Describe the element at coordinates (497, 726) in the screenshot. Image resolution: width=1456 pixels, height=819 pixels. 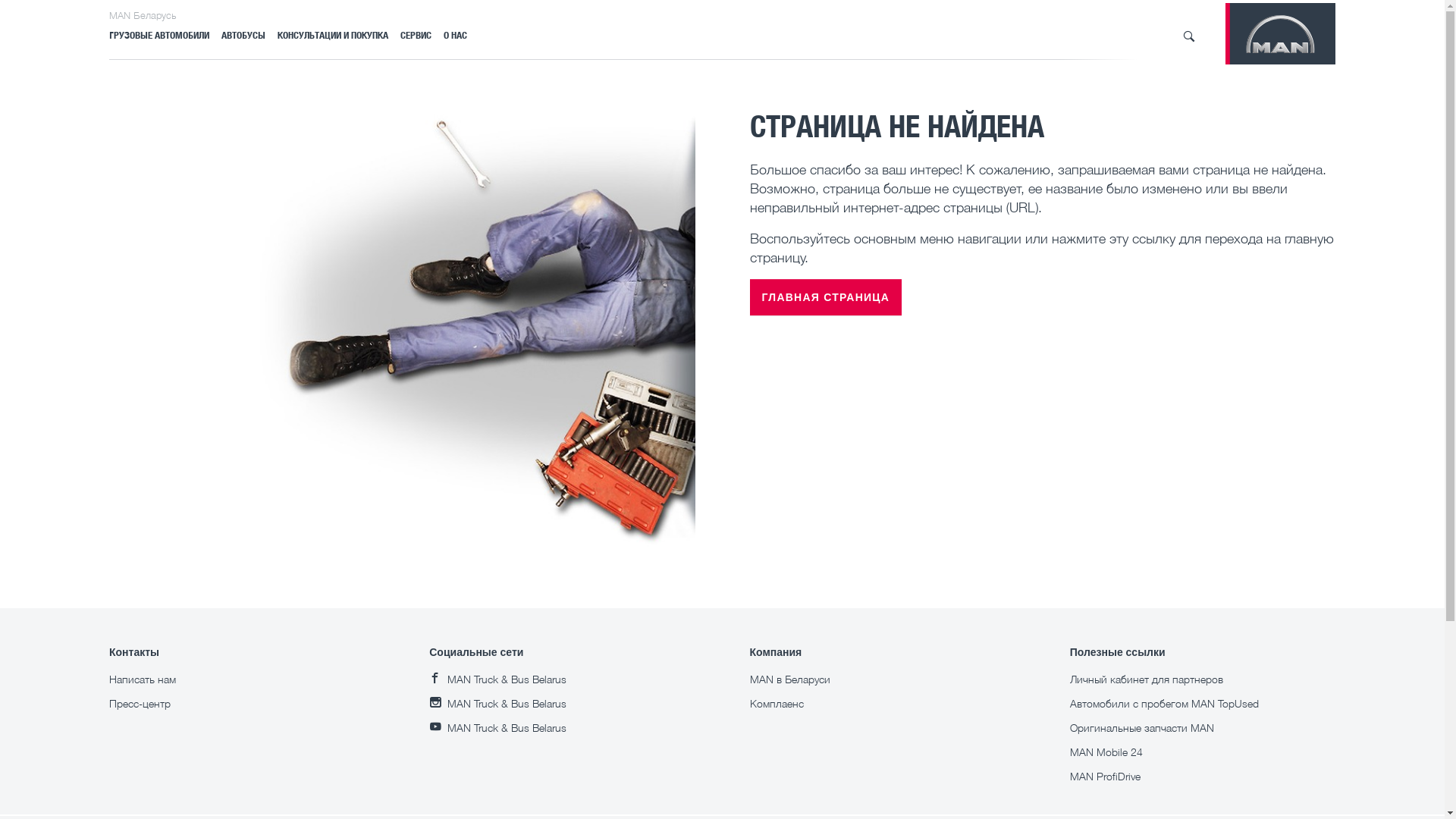
I see `'MAN Truck & Bus Belarus'` at that location.